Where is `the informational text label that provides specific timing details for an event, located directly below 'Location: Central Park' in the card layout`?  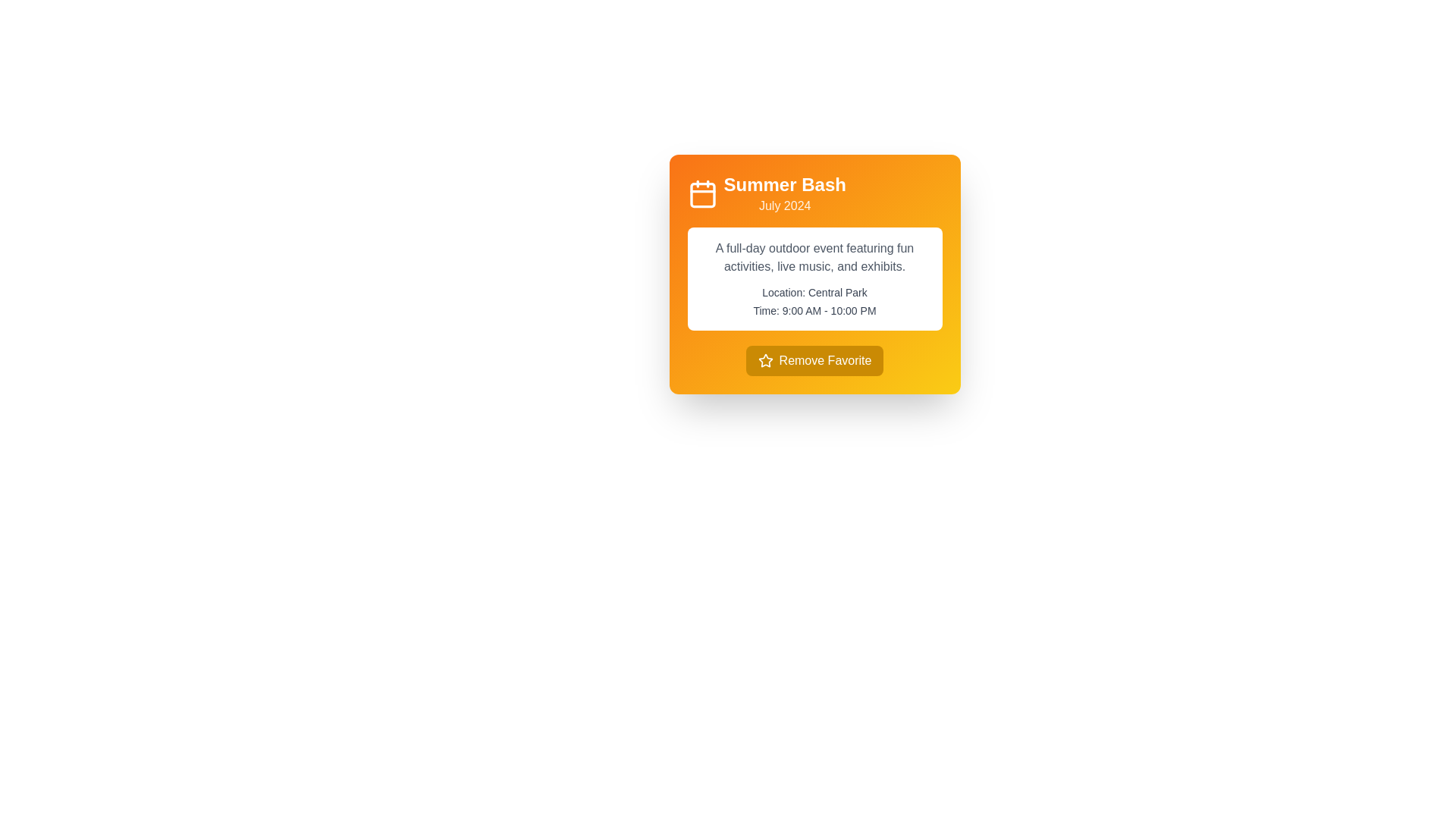 the informational text label that provides specific timing details for an event, located directly below 'Location: Central Park' in the card layout is located at coordinates (814, 309).